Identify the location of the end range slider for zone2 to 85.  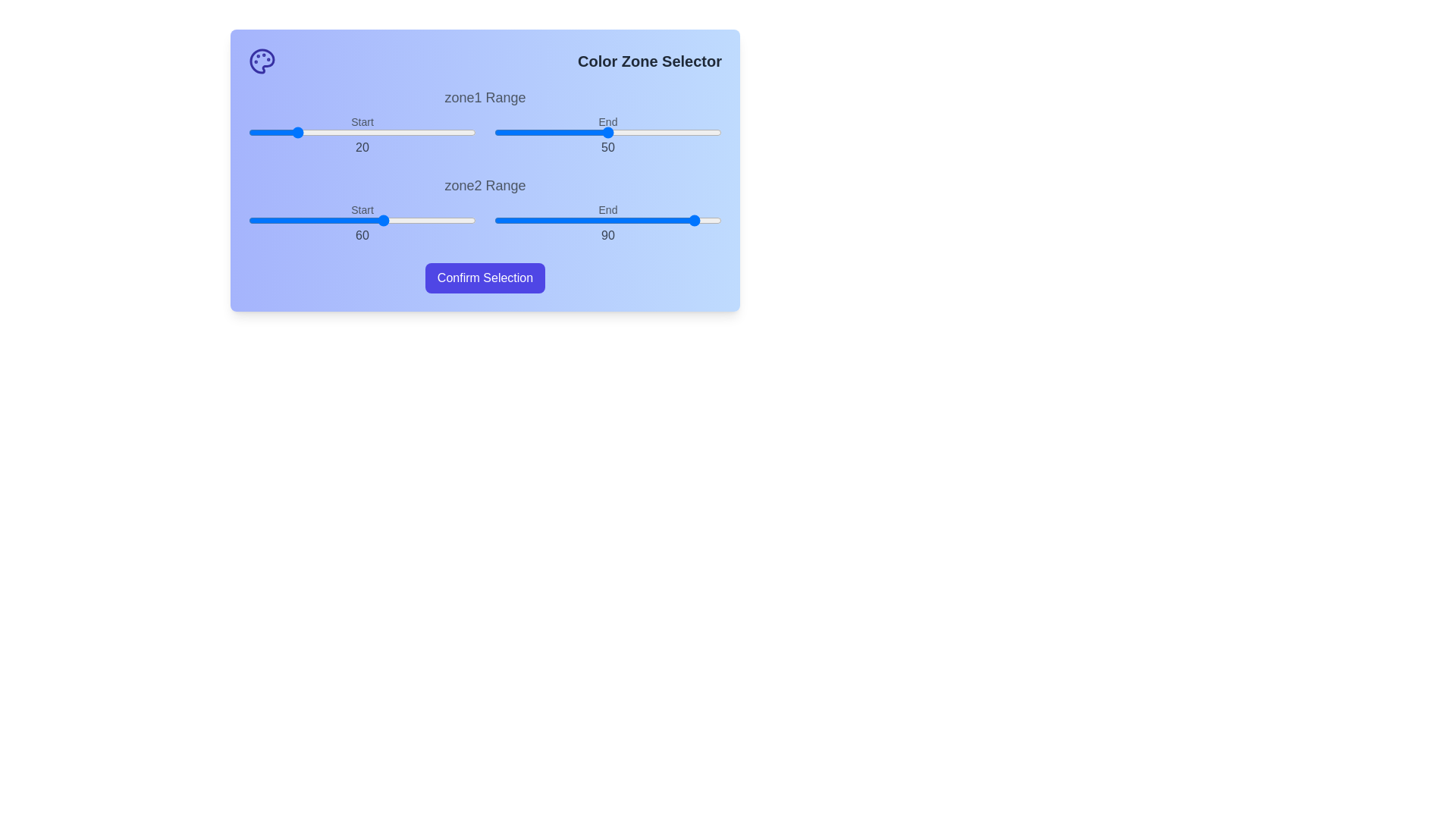
(687, 220).